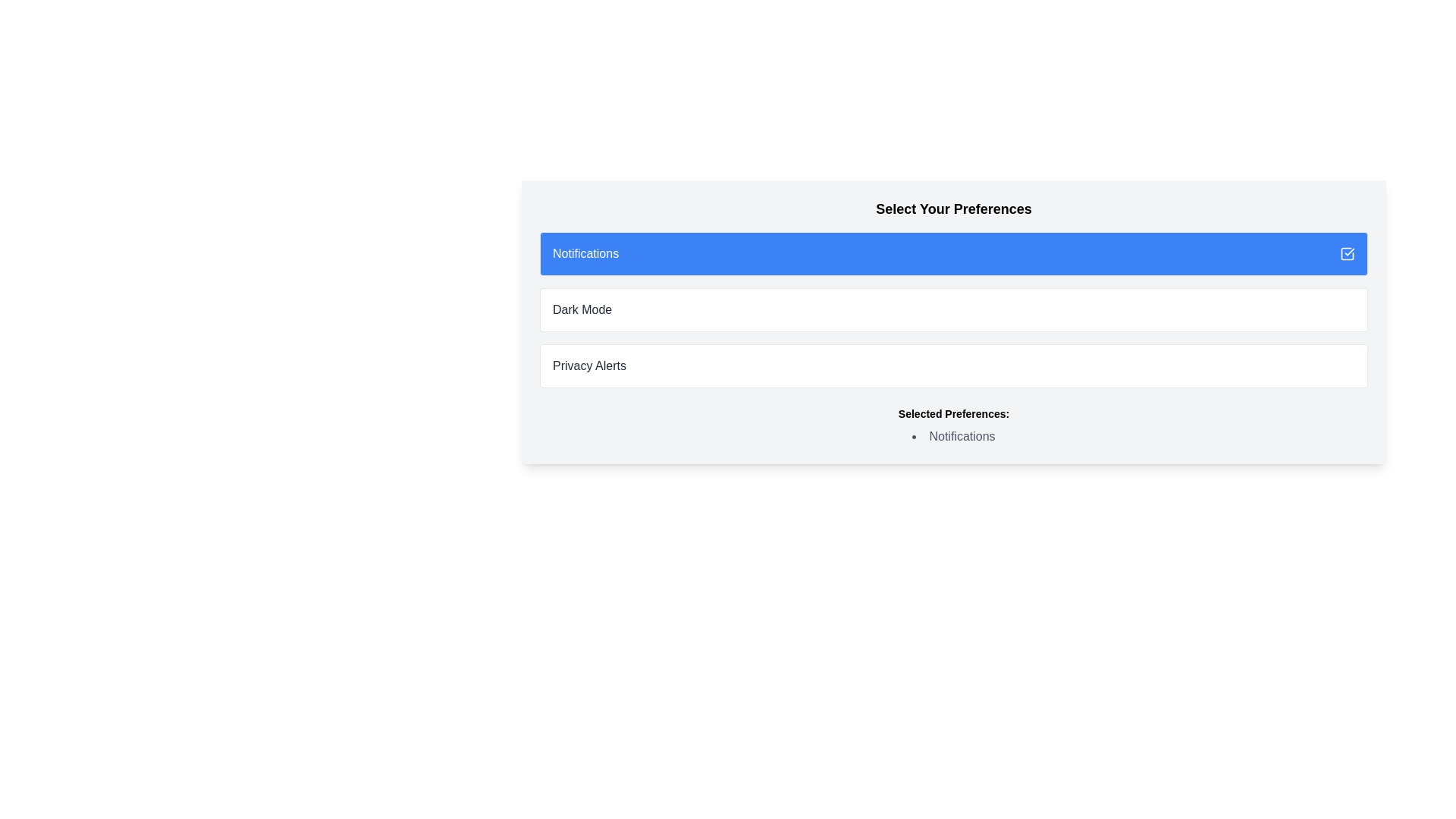 The image size is (1456, 819). I want to click on the Text Label that serves as the heading for the preferences selection panel, located centrally at the top of the interface section, so click(952, 209).